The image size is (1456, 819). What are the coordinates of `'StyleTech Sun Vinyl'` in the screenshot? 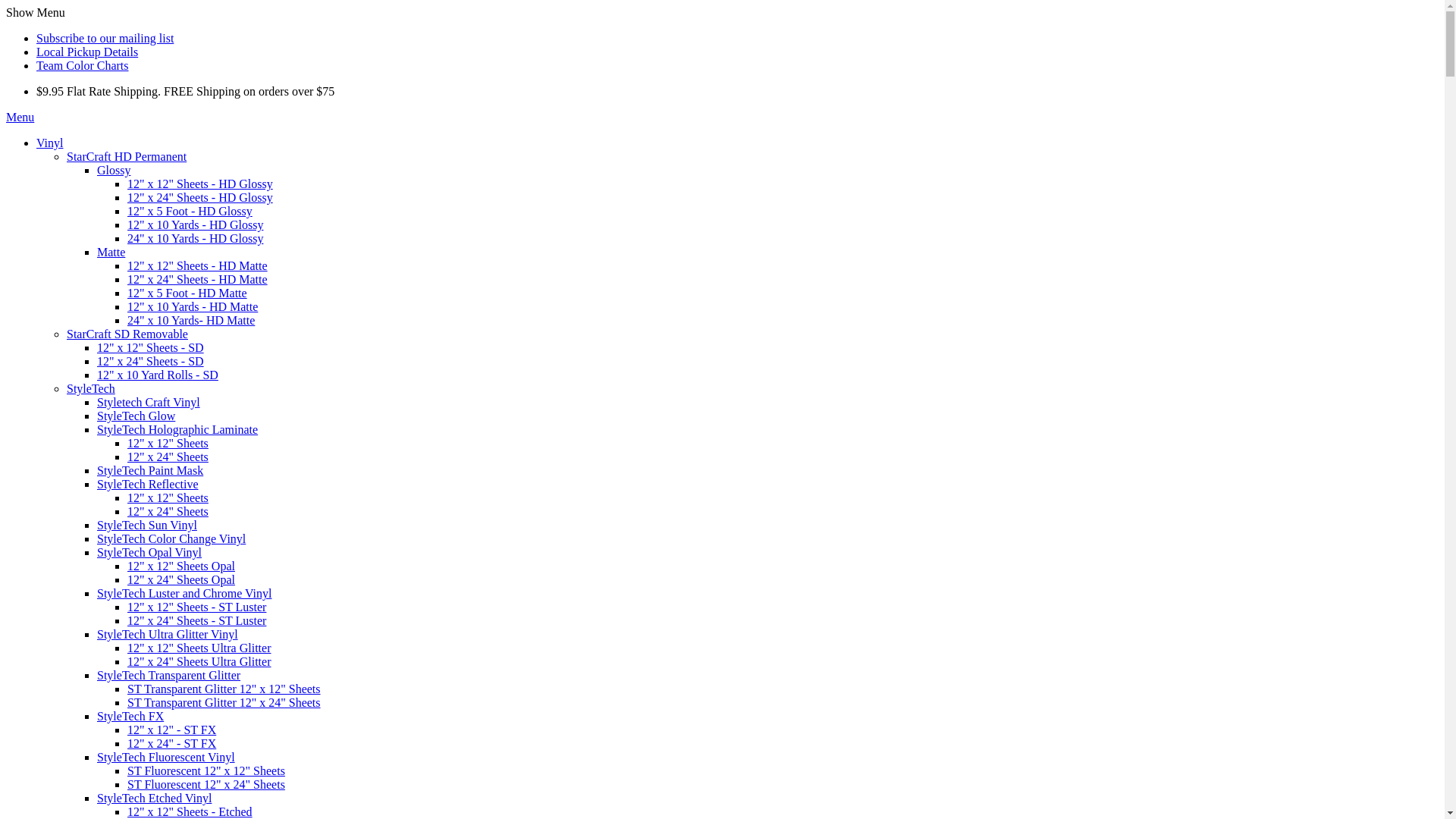 It's located at (146, 524).